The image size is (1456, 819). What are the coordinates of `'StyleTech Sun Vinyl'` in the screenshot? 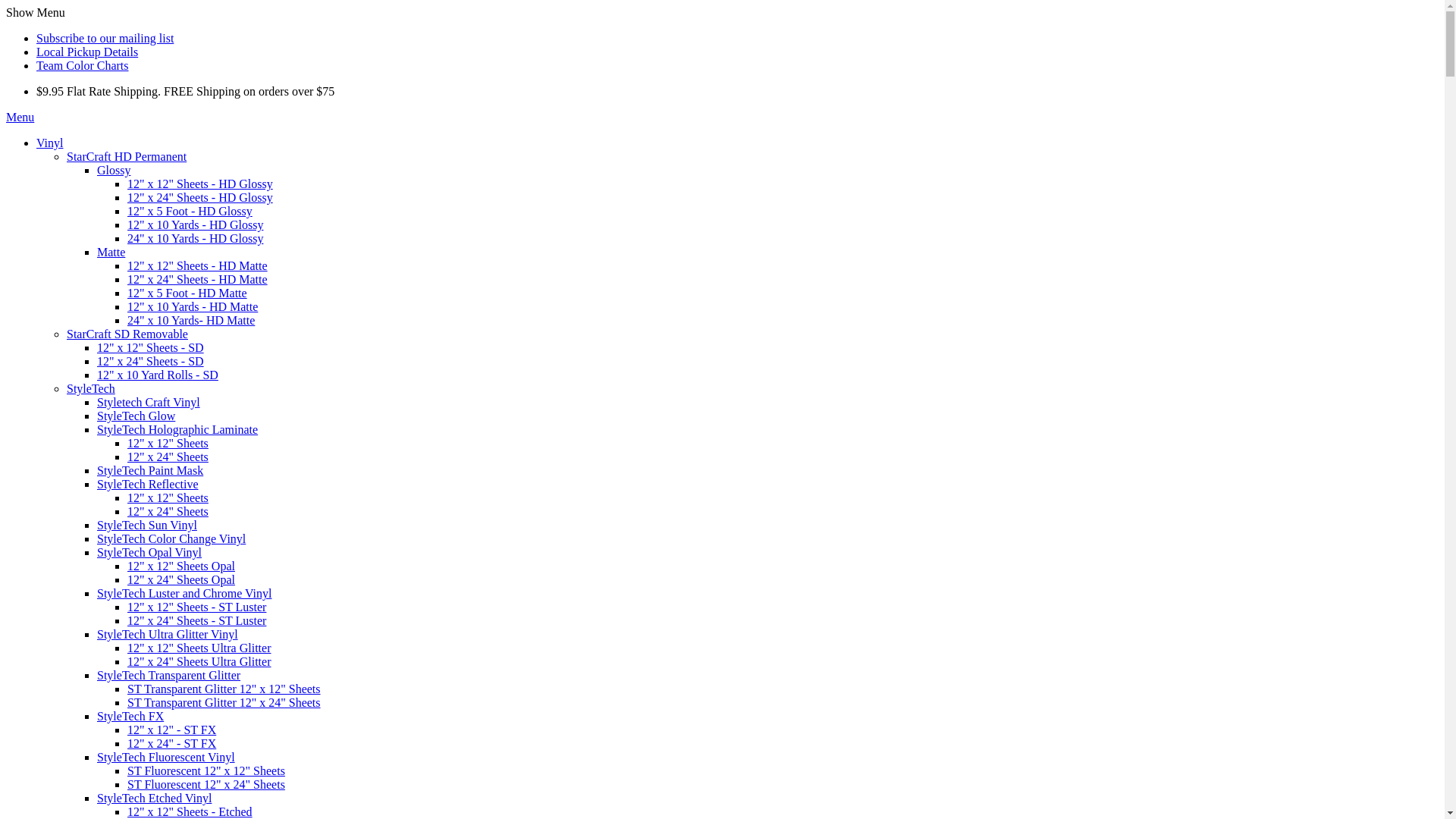 It's located at (146, 524).